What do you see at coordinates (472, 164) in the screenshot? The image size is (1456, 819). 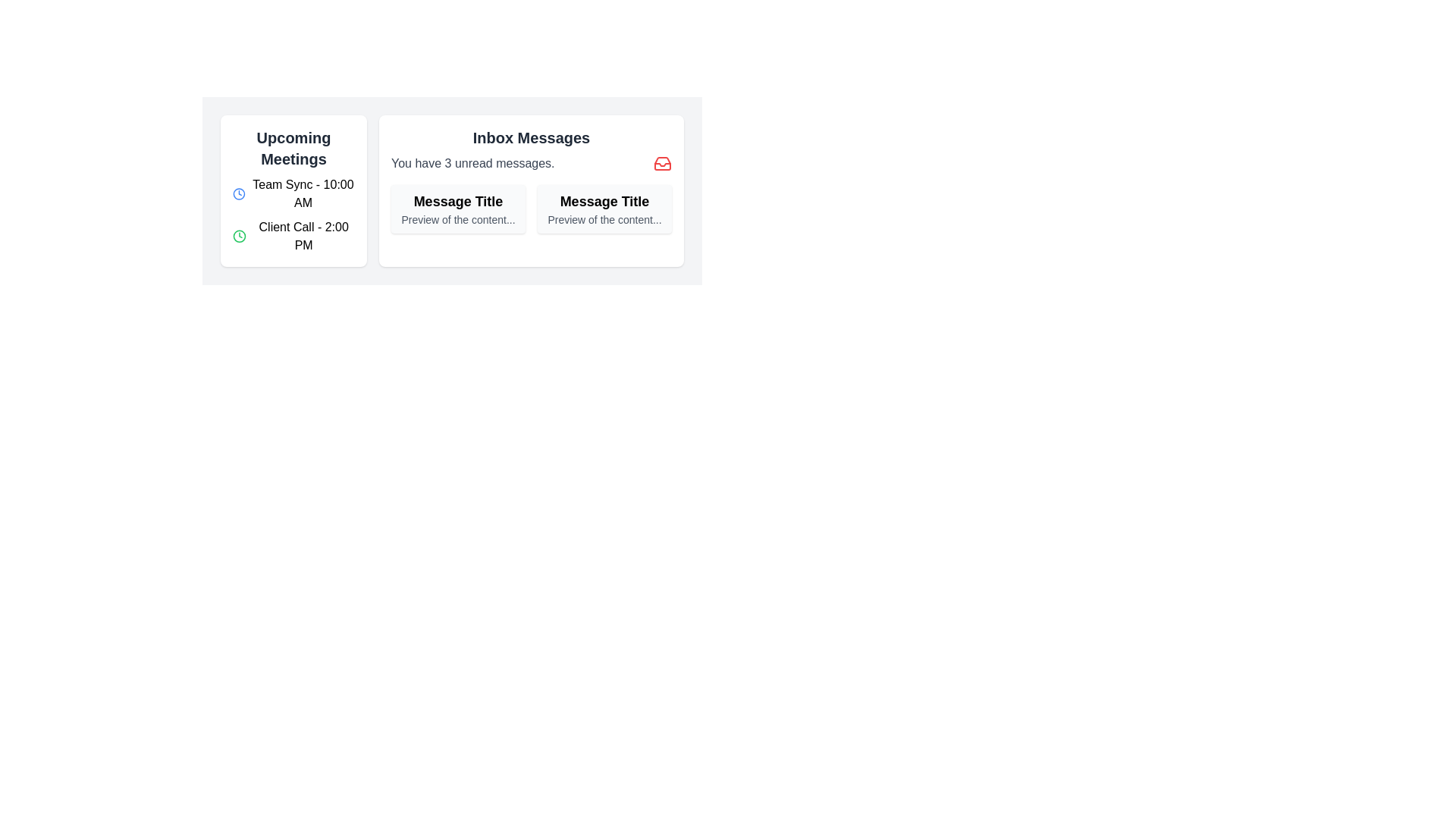 I see `the static text message stating 'You have 3 unread messages.' located in the 'Inbox Messages' section, positioned above two message previews and aligned with a red inbox icon` at bounding box center [472, 164].